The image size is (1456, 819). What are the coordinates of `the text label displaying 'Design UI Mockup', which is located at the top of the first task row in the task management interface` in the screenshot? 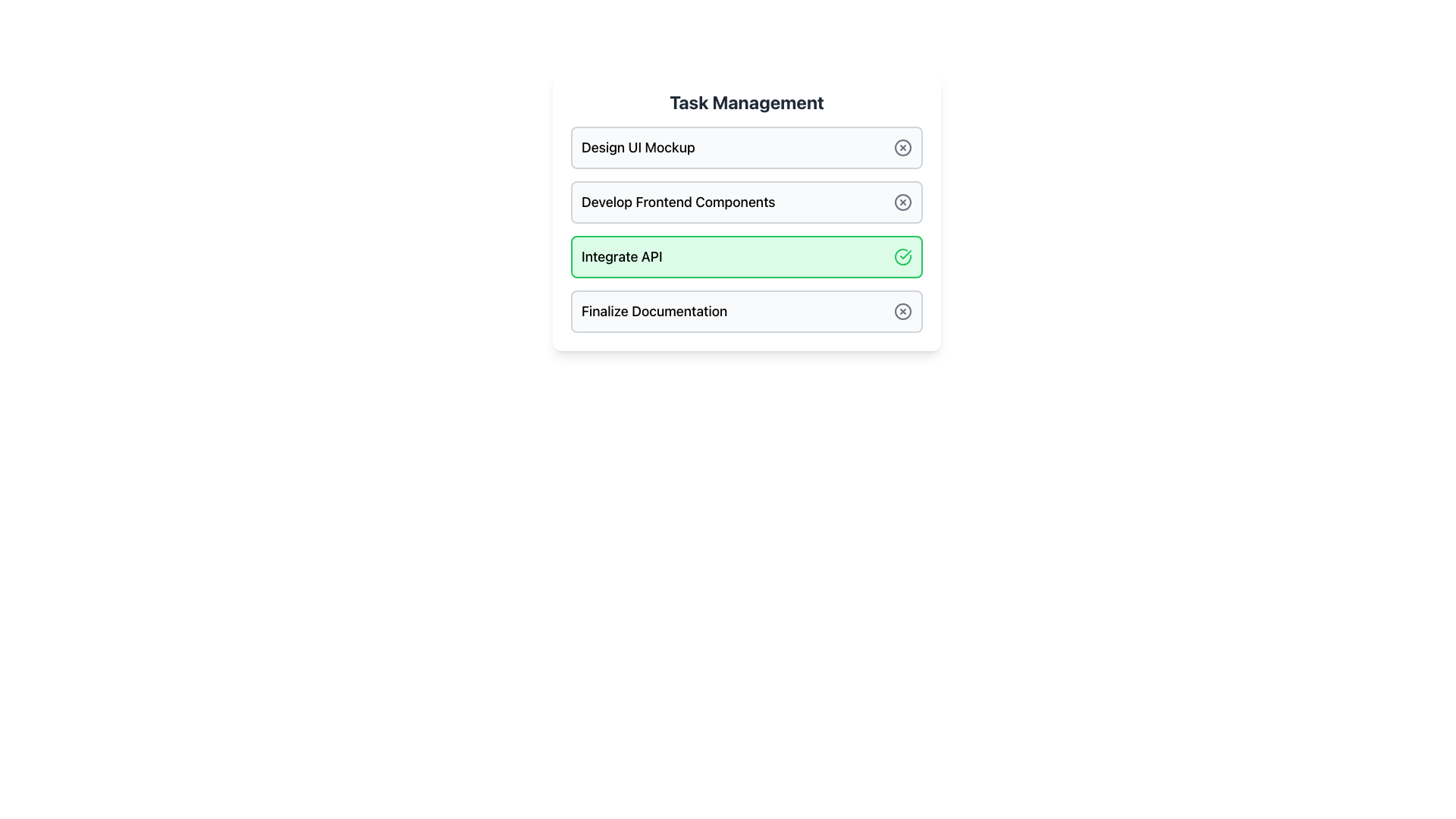 It's located at (638, 148).